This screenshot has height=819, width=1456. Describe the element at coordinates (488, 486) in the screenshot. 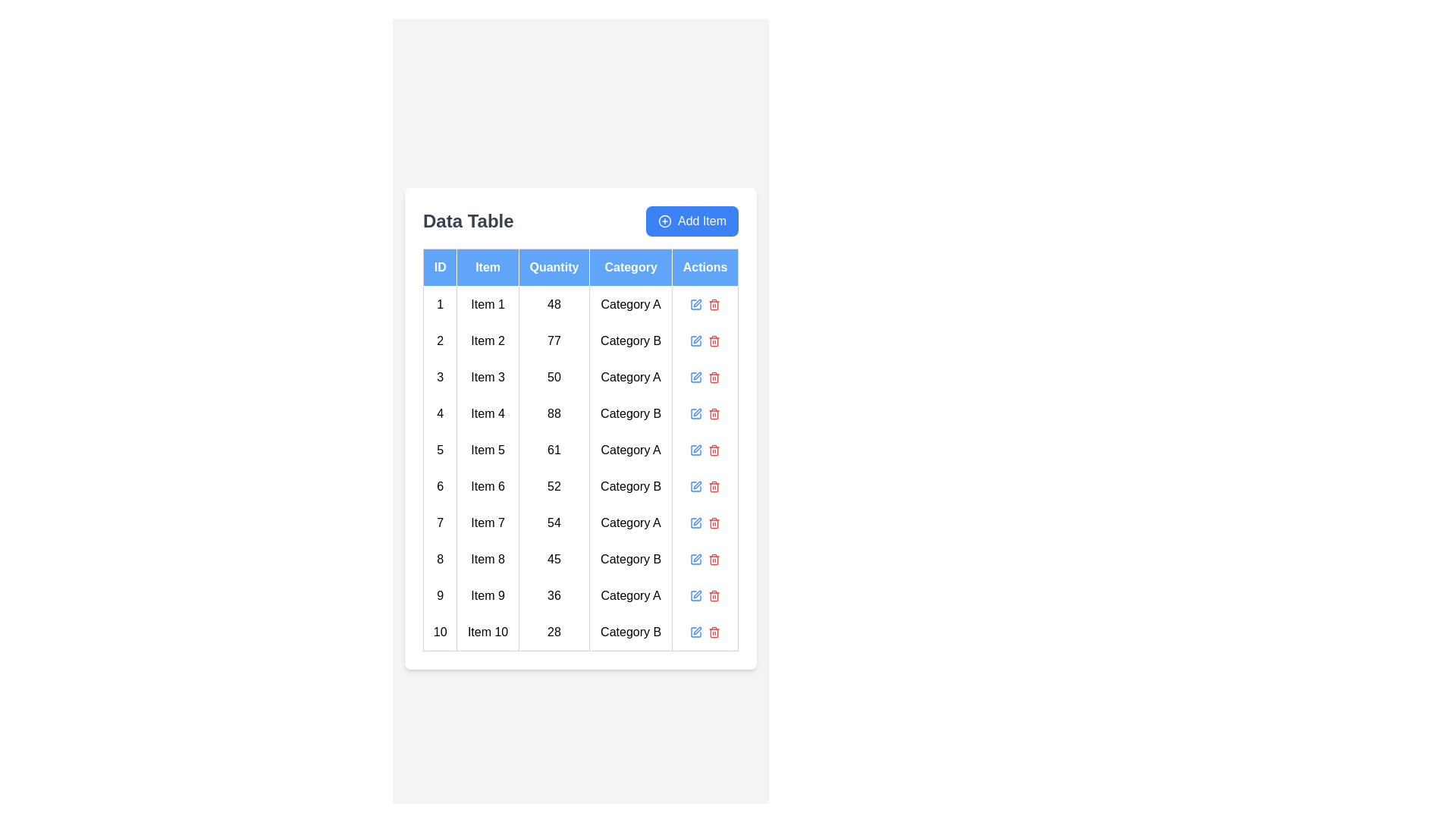

I see `the text label displaying 'Item 6', which is the second cell in the sixth row of the table, styled with padding and a gray border on its right` at that location.